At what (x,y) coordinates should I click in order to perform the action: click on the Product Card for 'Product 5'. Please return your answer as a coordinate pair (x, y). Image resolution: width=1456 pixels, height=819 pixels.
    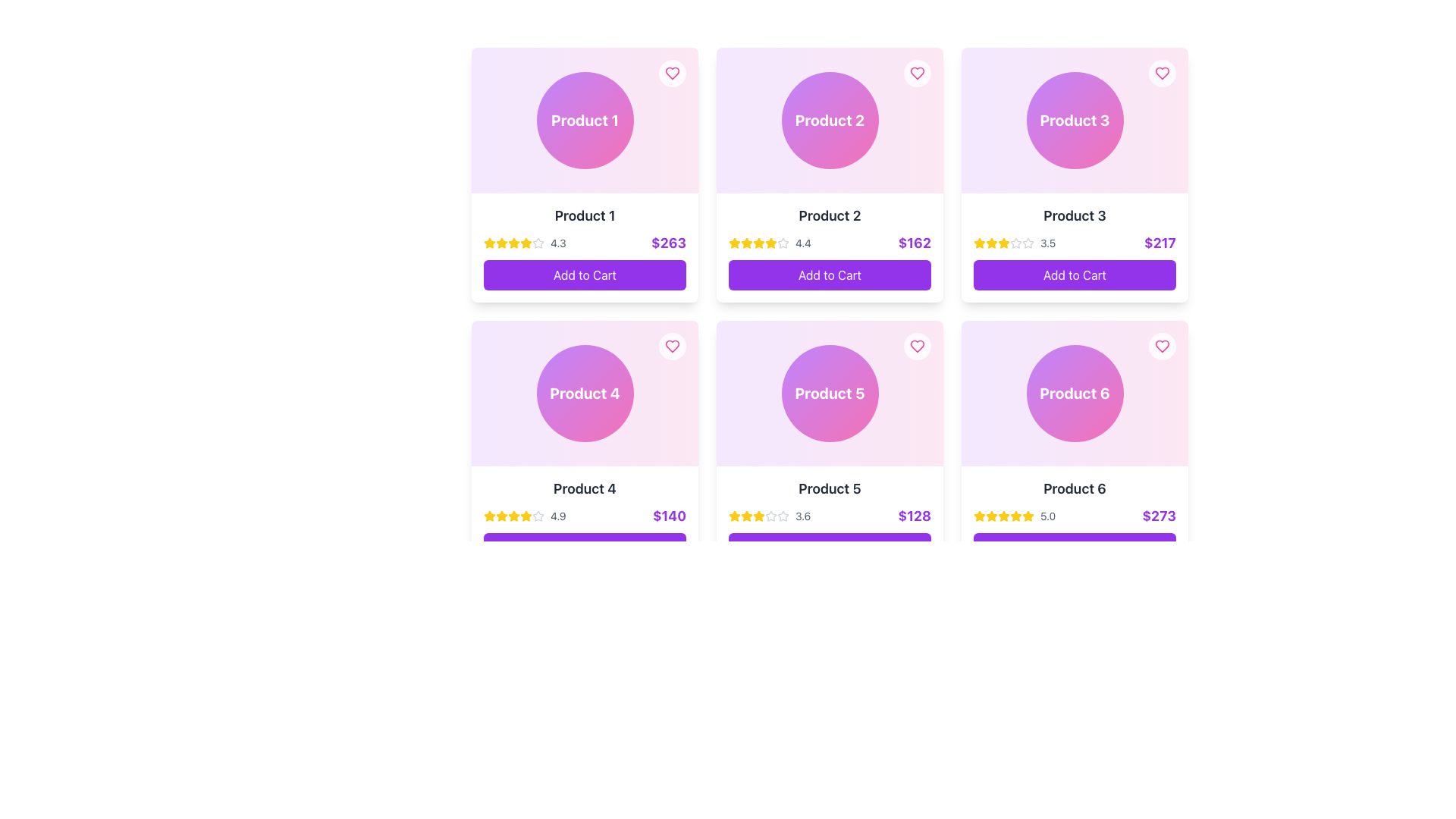
    Looking at the image, I should click on (829, 519).